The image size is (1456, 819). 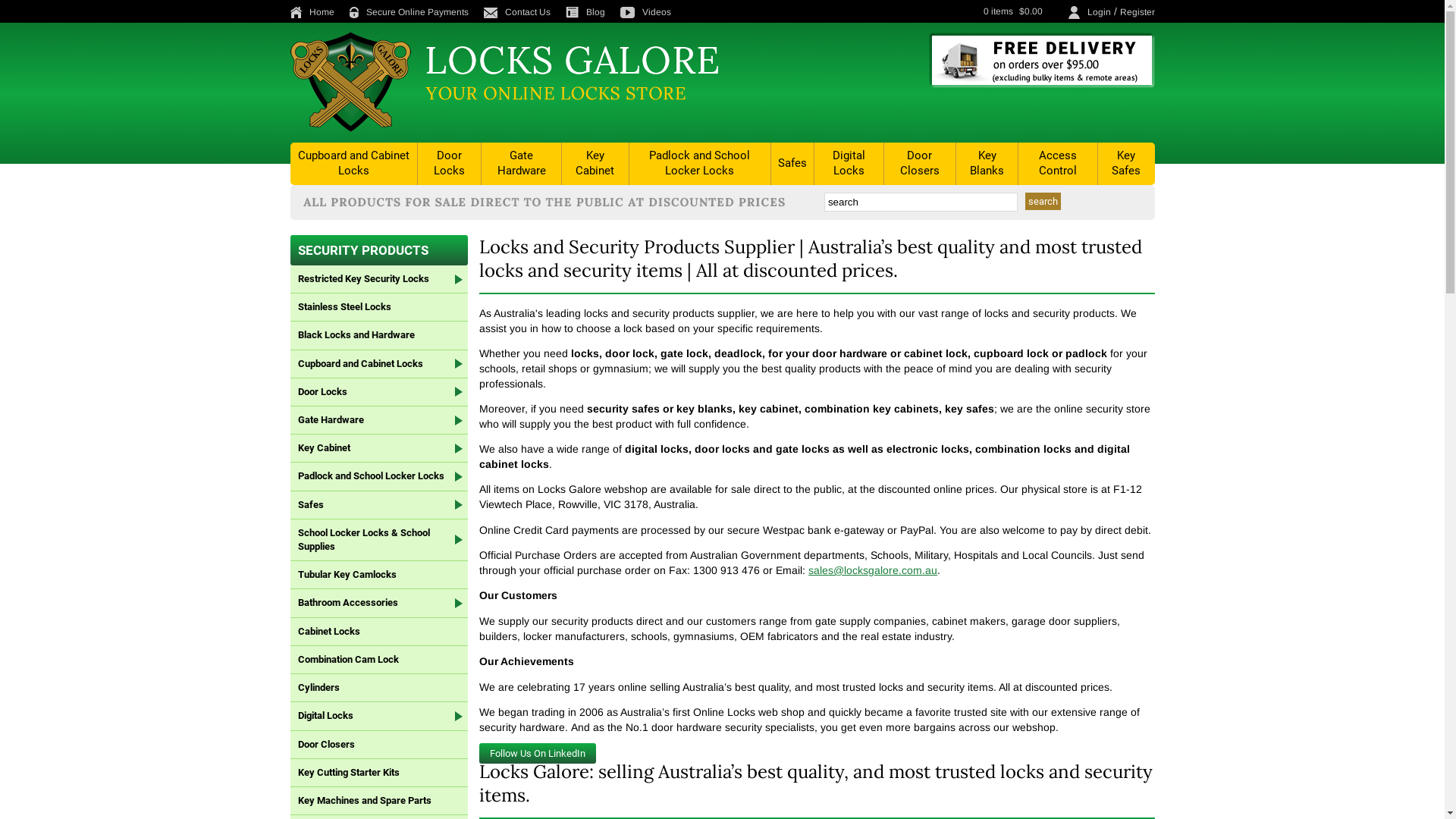 I want to click on 'Bathroom Accessories', so click(x=378, y=602).